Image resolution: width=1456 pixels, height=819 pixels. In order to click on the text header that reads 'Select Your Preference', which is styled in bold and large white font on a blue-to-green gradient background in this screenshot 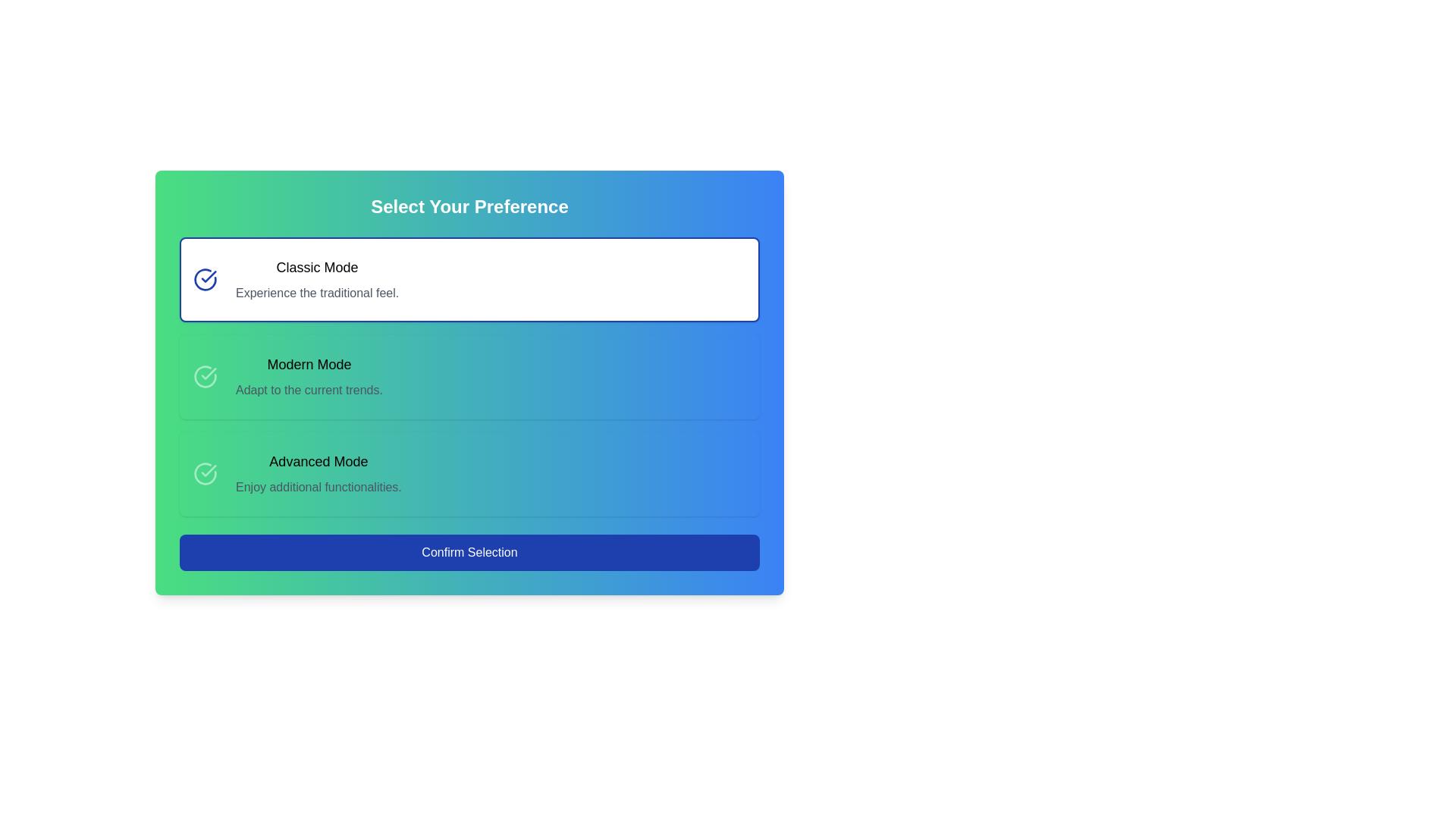, I will do `click(469, 207)`.